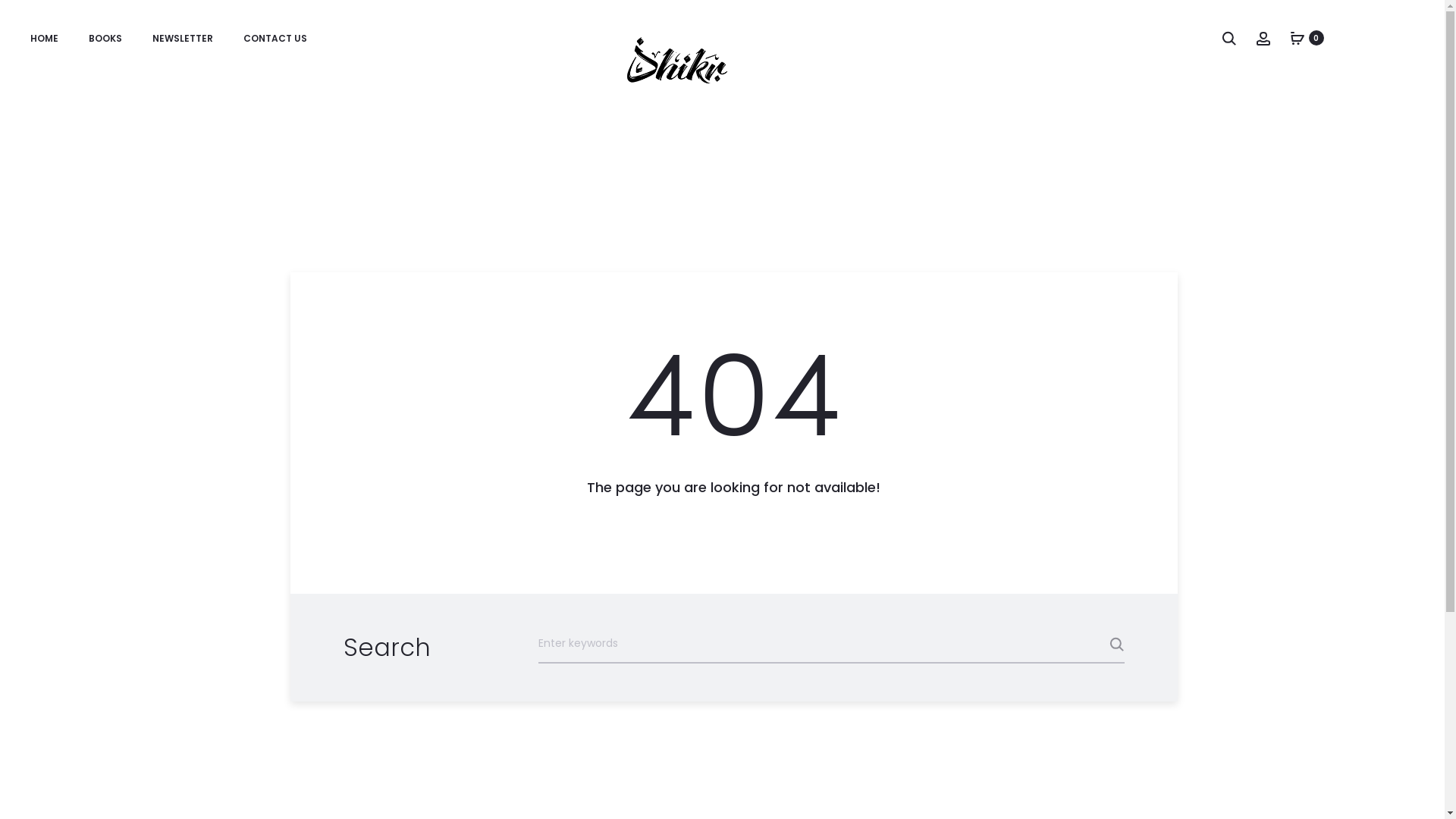 This screenshot has width=1456, height=819. What do you see at coordinates (1084, 644) in the screenshot?
I see `'Search'` at bounding box center [1084, 644].